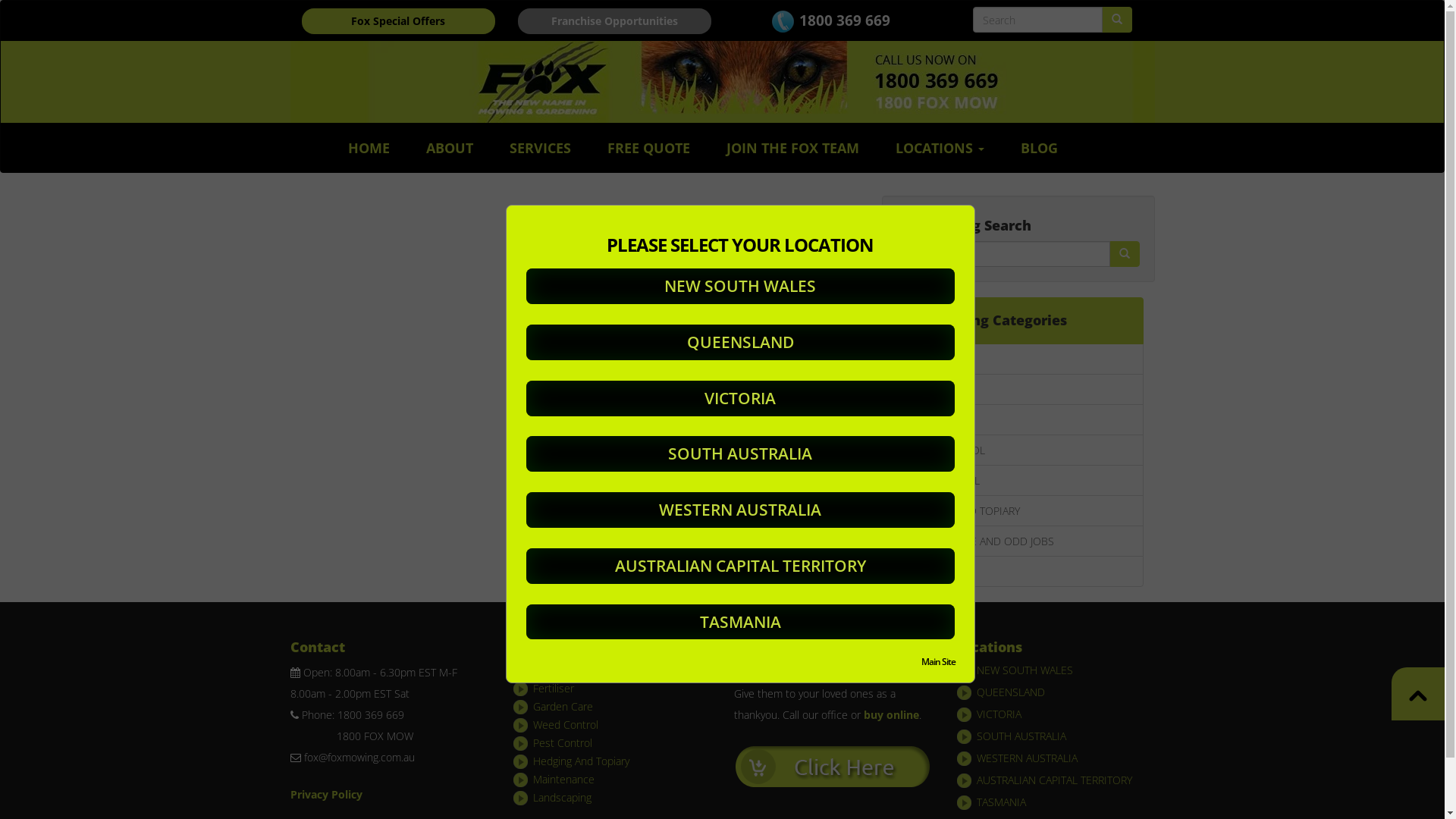 The width and height of the screenshot is (1456, 819). I want to click on 'BLOG', so click(1038, 148).